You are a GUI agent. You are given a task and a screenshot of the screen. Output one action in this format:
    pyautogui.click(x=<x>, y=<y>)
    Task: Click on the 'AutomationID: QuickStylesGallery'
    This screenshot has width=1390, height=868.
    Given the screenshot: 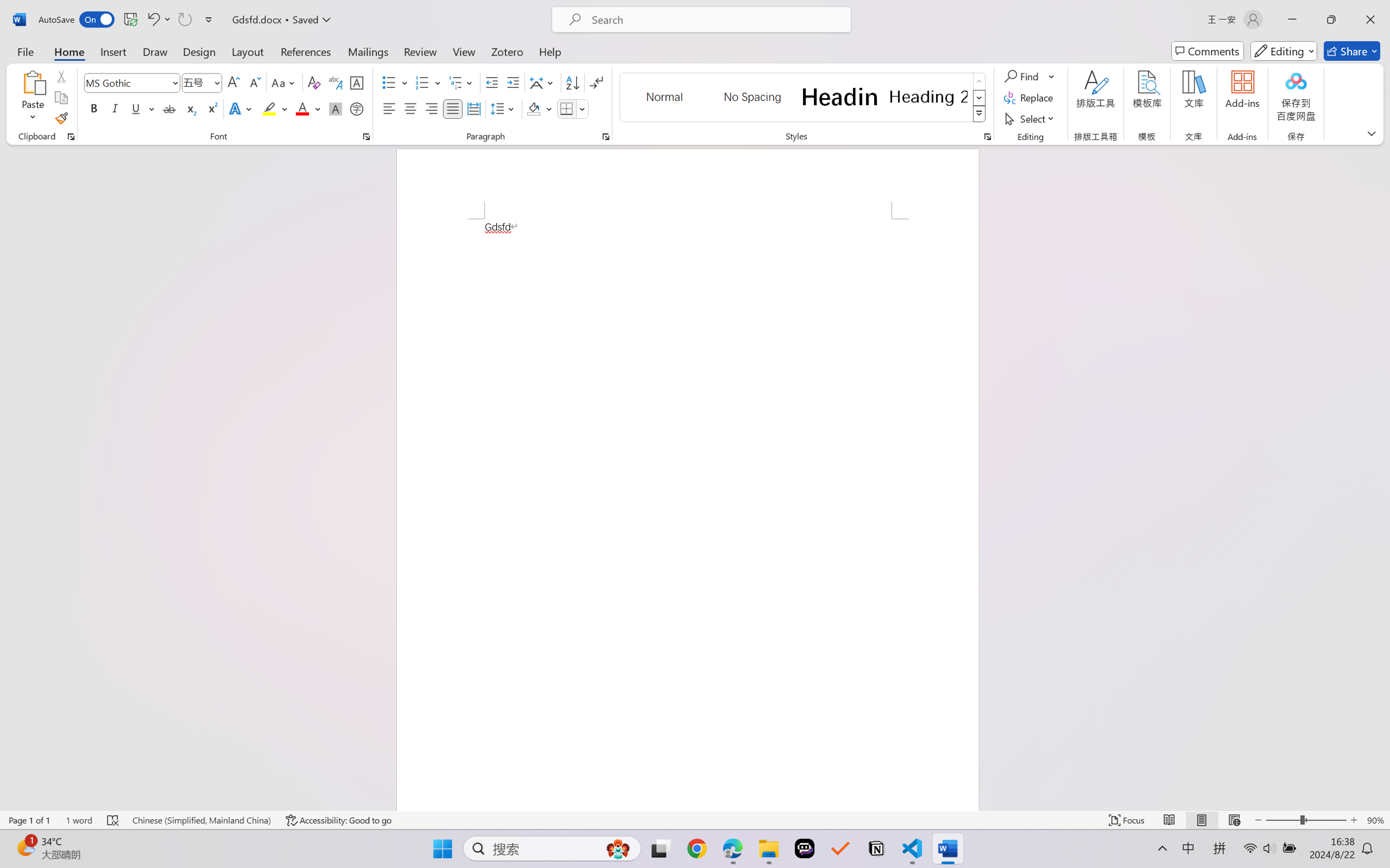 What is the action you would take?
    pyautogui.click(x=802, y=98)
    